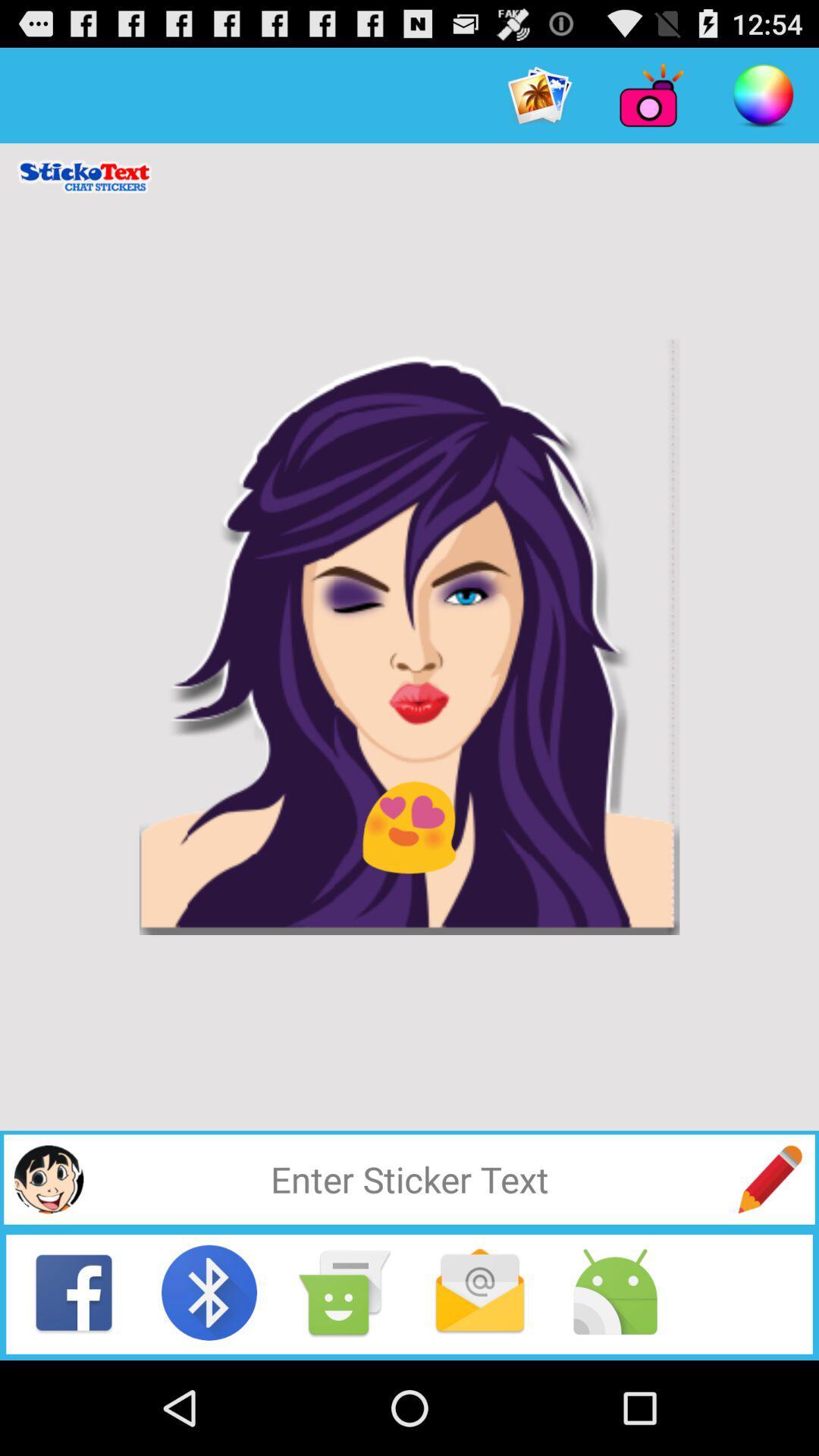 The height and width of the screenshot is (1456, 819). Describe the element at coordinates (615, 1291) in the screenshot. I see `android share` at that location.